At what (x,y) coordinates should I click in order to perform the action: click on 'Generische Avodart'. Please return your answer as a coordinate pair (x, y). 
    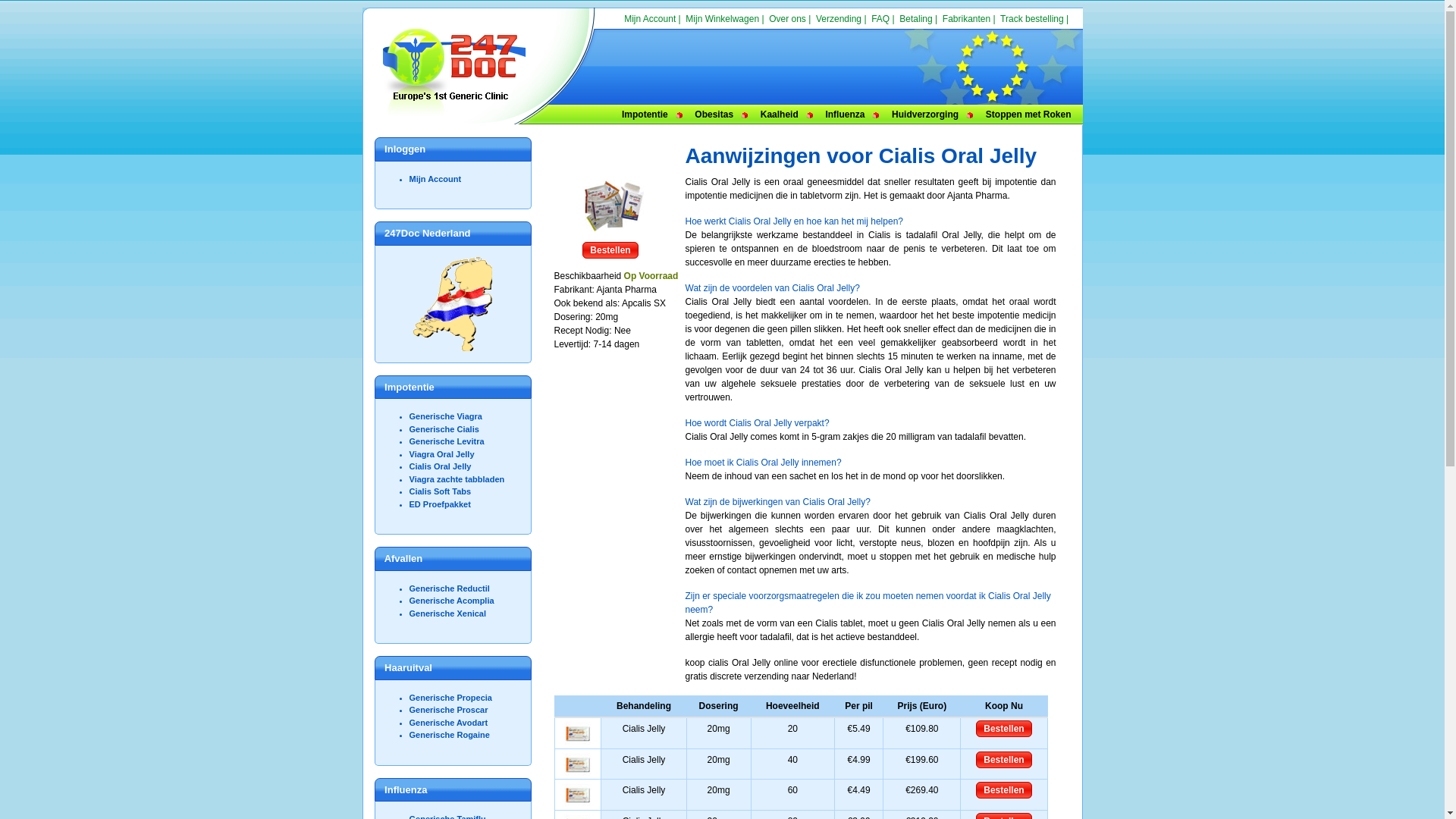
    Looking at the image, I should click on (447, 721).